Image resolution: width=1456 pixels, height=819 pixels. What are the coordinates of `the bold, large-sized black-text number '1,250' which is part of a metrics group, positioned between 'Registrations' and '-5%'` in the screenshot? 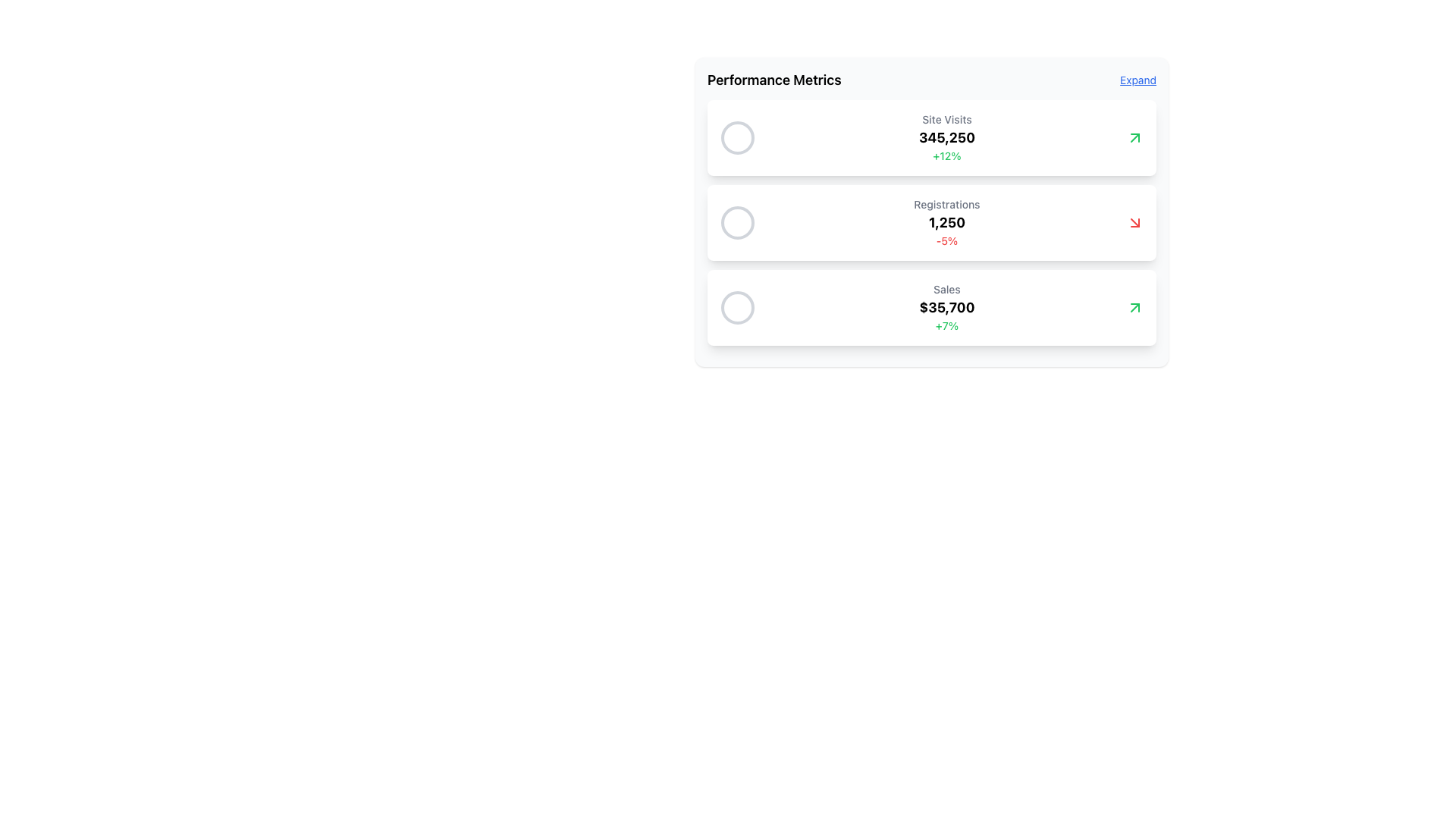 It's located at (946, 222).